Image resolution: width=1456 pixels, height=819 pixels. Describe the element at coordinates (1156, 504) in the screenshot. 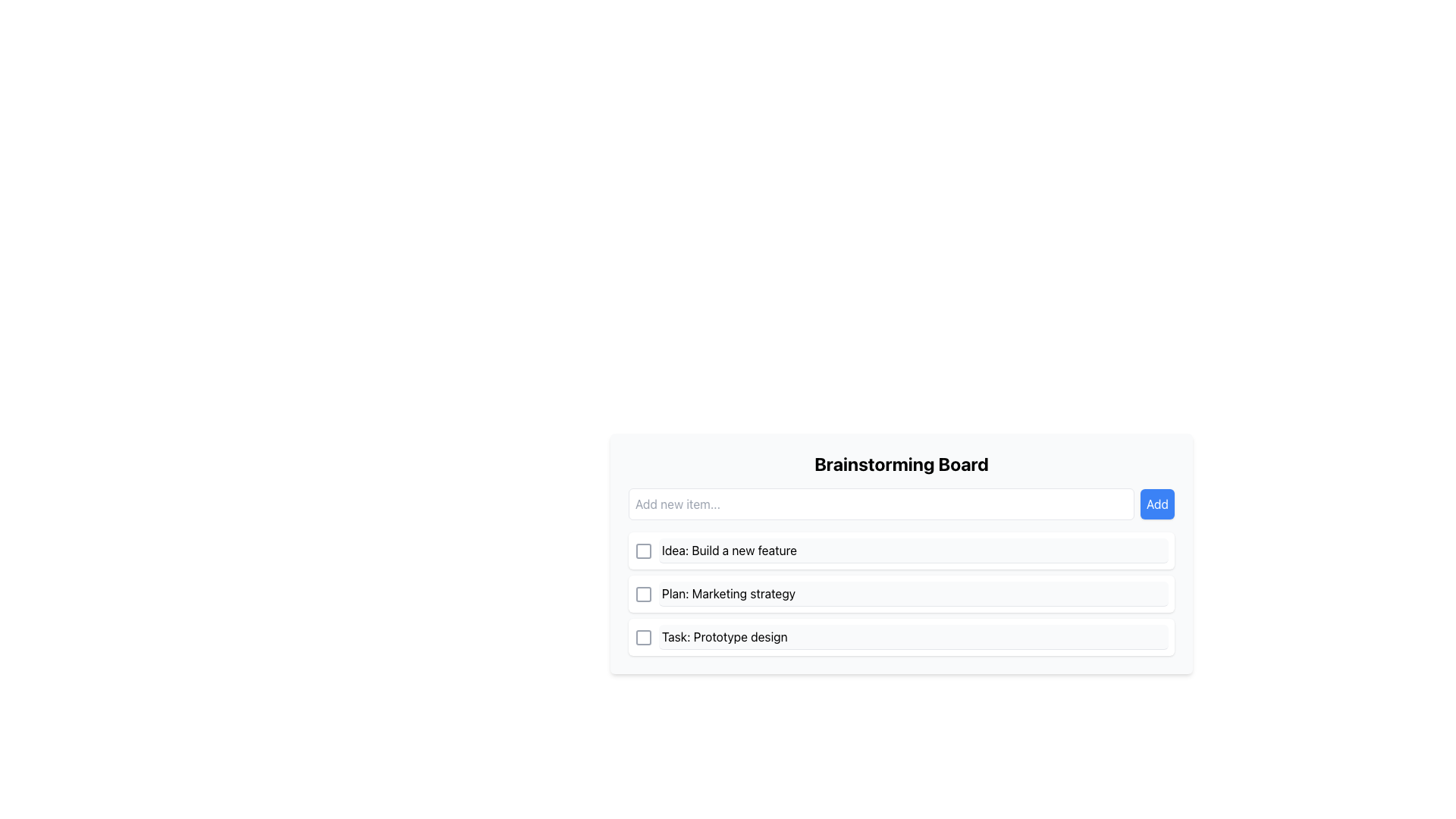

I see `the blue 'Add' button with white text, located to the right of a text input field in the 'Brainstorming Board' interface` at that location.